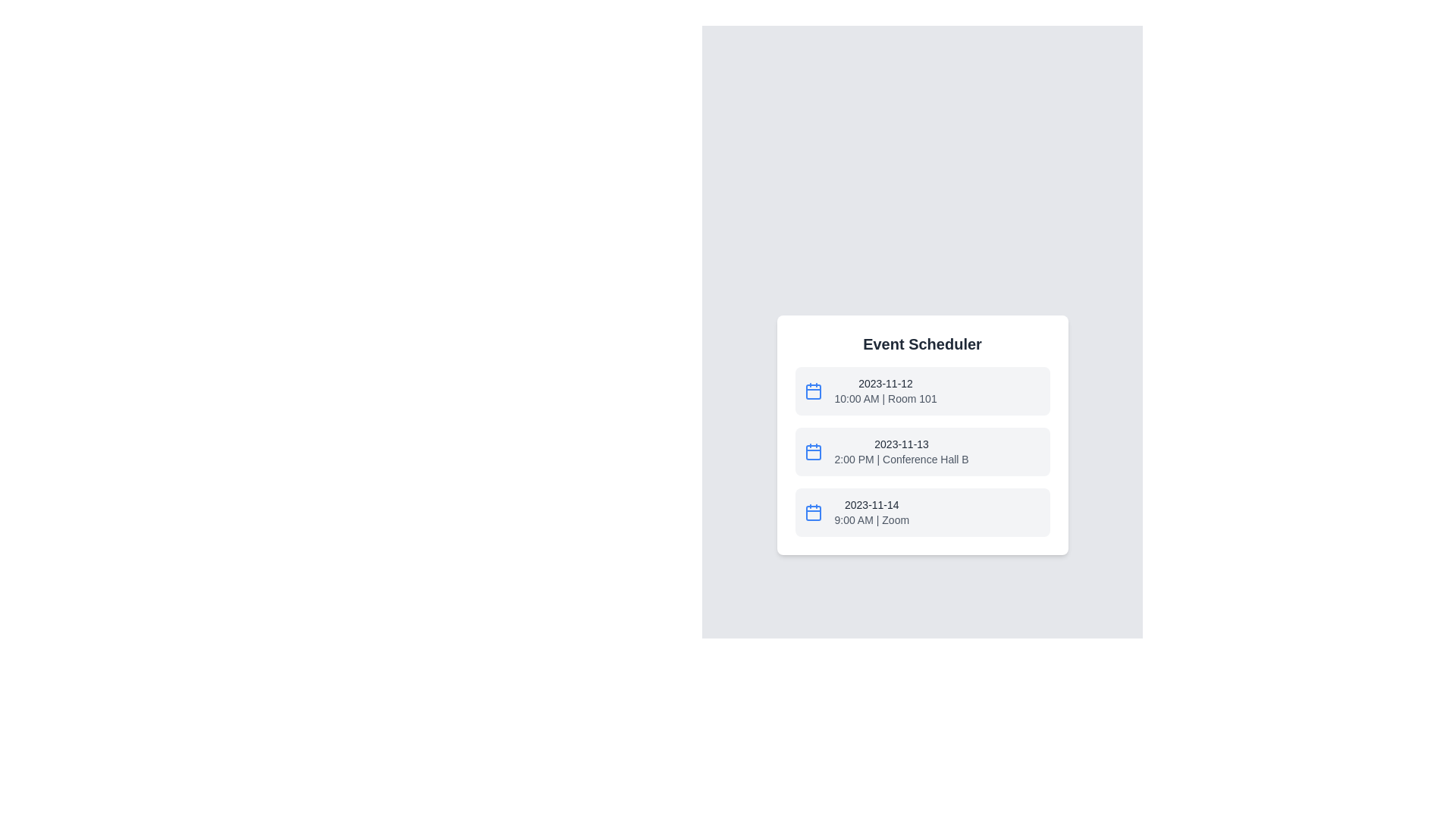 This screenshot has width=1456, height=819. Describe the element at coordinates (812, 513) in the screenshot. I see `the calendar icon representing the event dated 2023-11-14, which is the last icon in the list, to visually identify the schedule associated with it` at that location.